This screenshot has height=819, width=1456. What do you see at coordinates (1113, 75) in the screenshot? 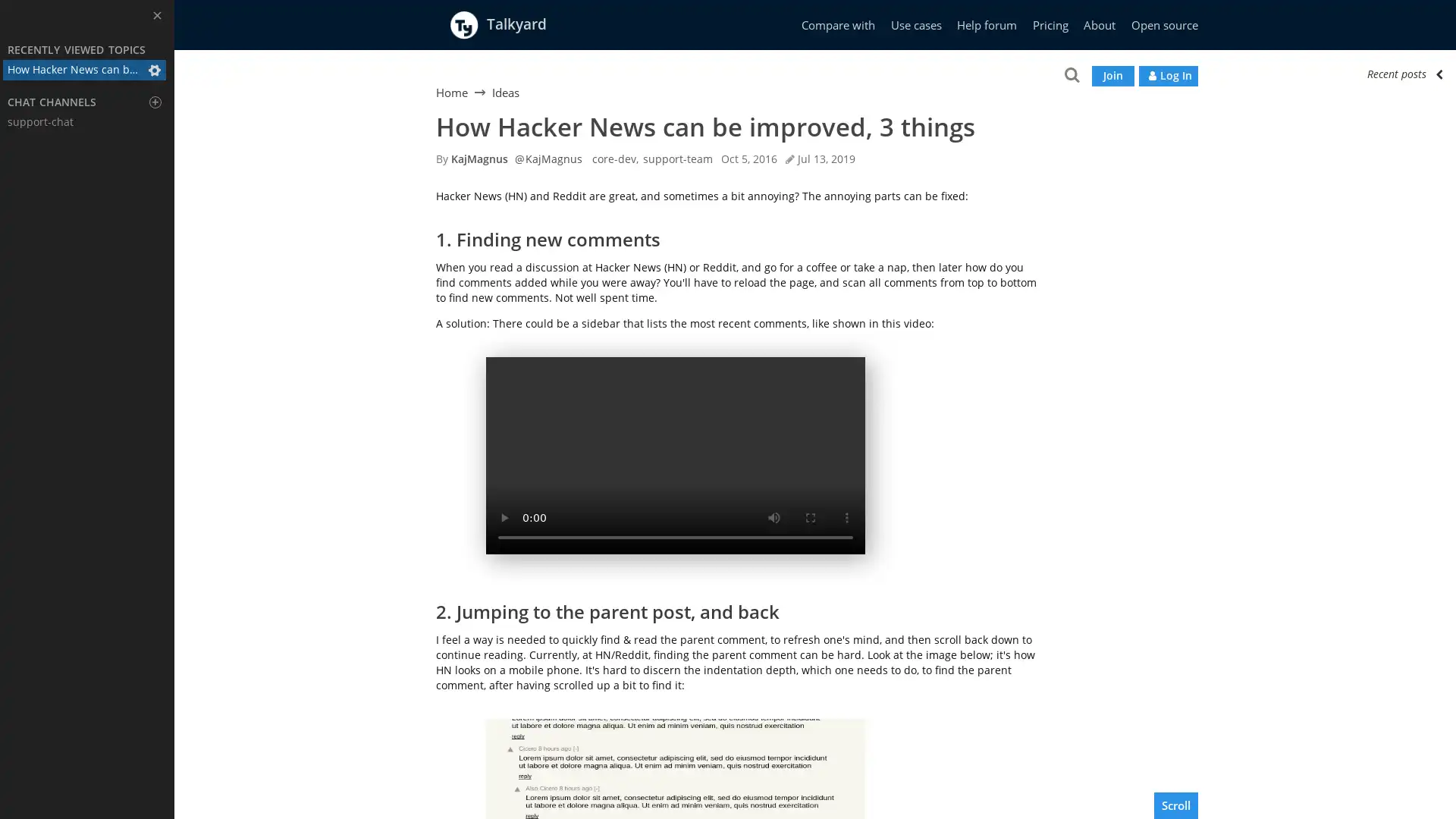
I see `Join` at bounding box center [1113, 75].